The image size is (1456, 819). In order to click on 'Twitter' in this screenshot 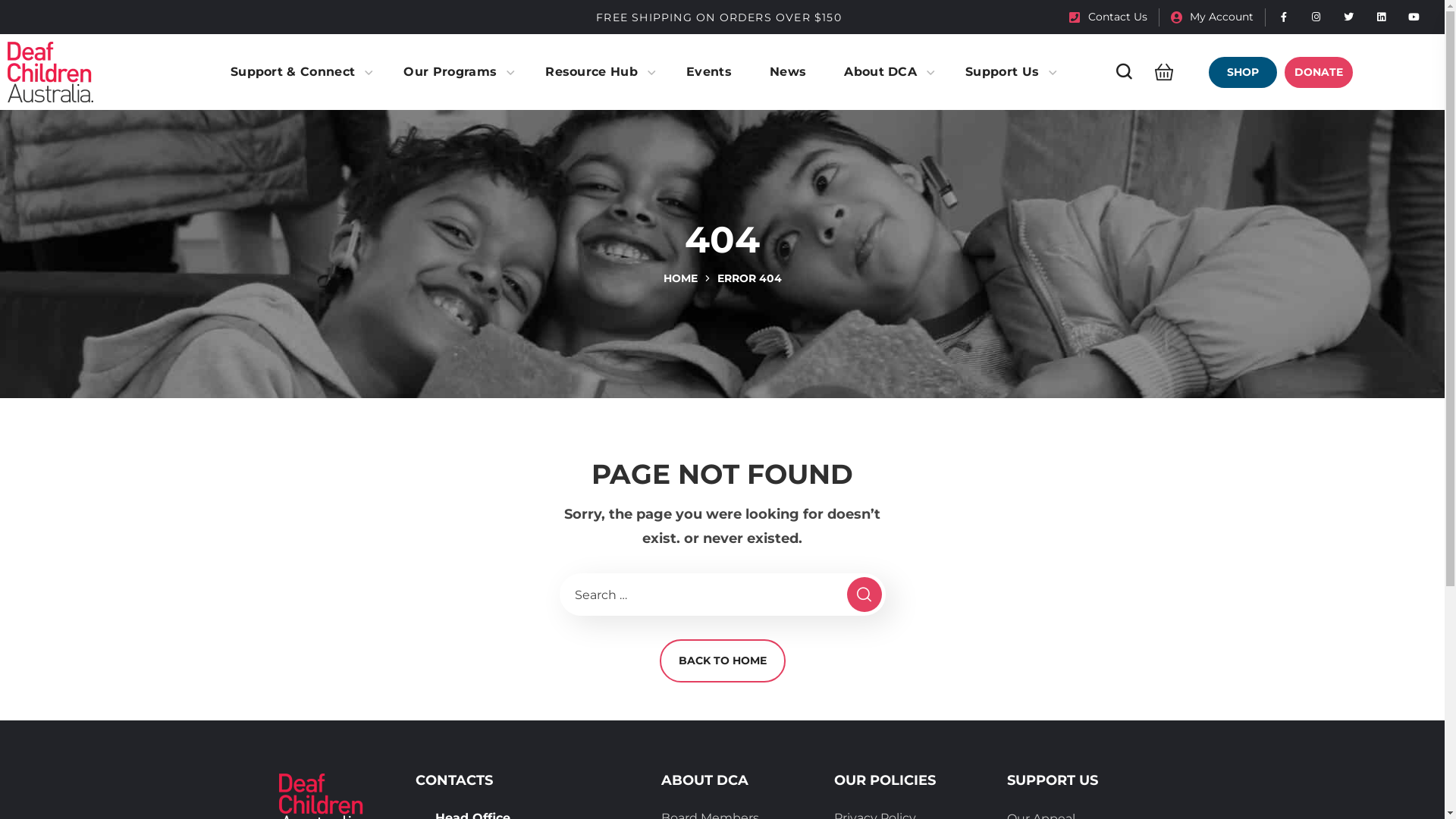, I will do `click(1349, 17)`.